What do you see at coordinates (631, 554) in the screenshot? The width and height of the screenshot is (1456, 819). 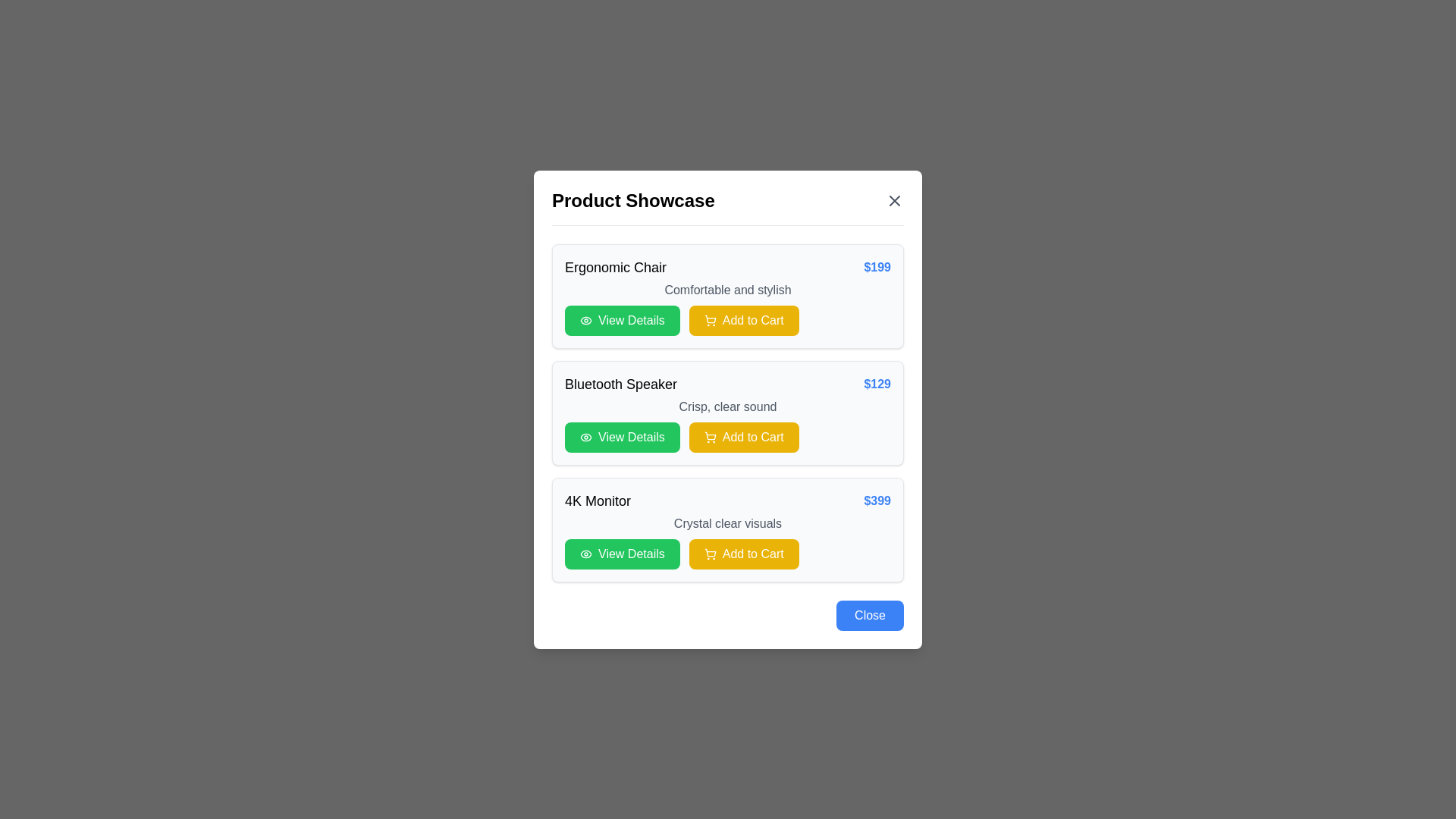 I see `the 'View Details' button, which is a text label in white on a green background, located under the '4K Monitor' listing and to the left of the 'Add to Cart' button` at bounding box center [631, 554].